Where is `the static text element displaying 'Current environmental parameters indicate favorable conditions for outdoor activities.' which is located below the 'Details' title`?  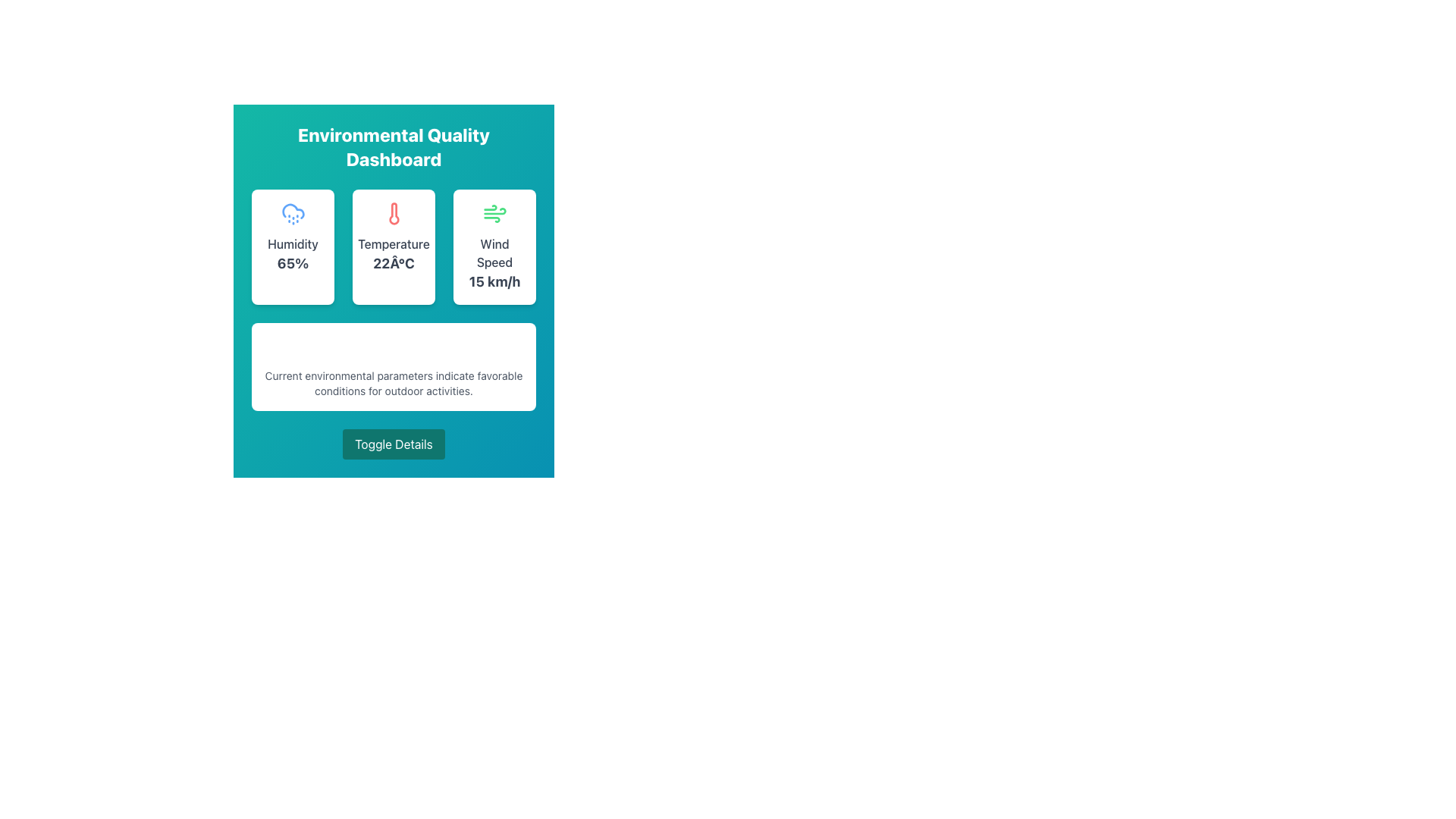
the static text element displaying 'Current environmental parameters indicate favorable conditions for outdoor activities.' which is located below the 'Details' title is located at coordinates (394, 382).